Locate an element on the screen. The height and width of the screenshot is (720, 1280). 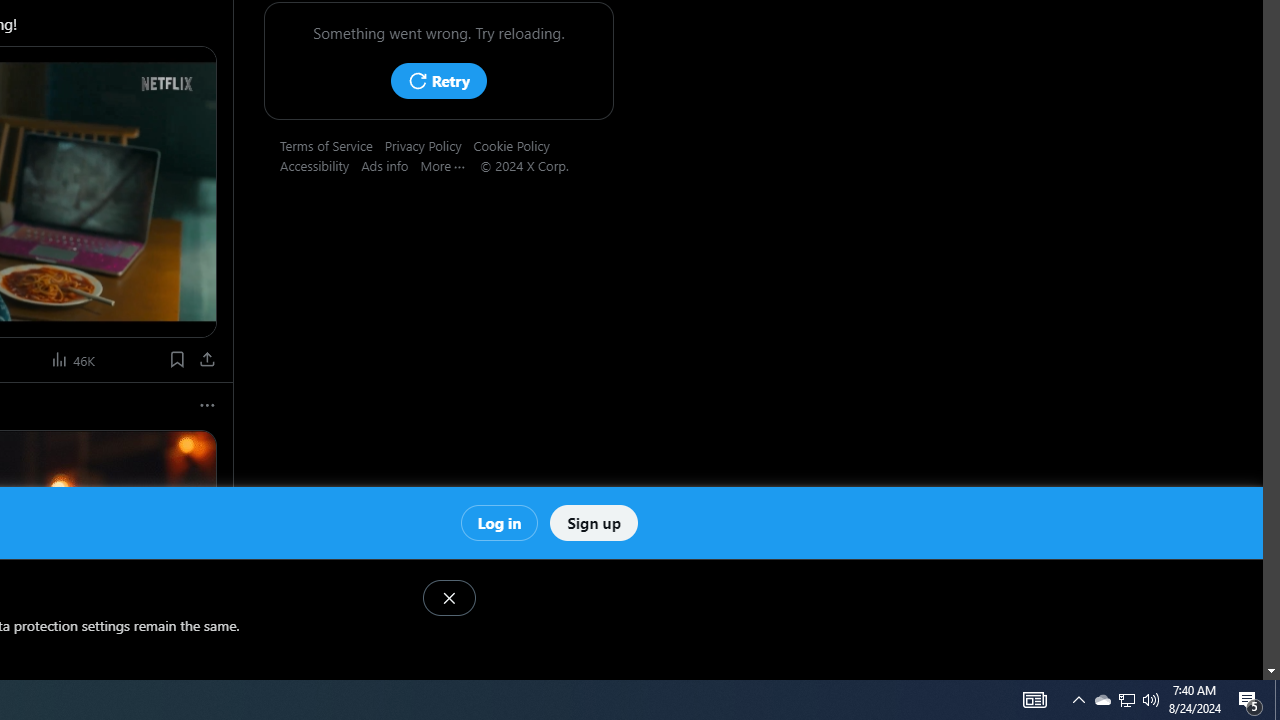
'Retry' is located at coordinates (437, 79).